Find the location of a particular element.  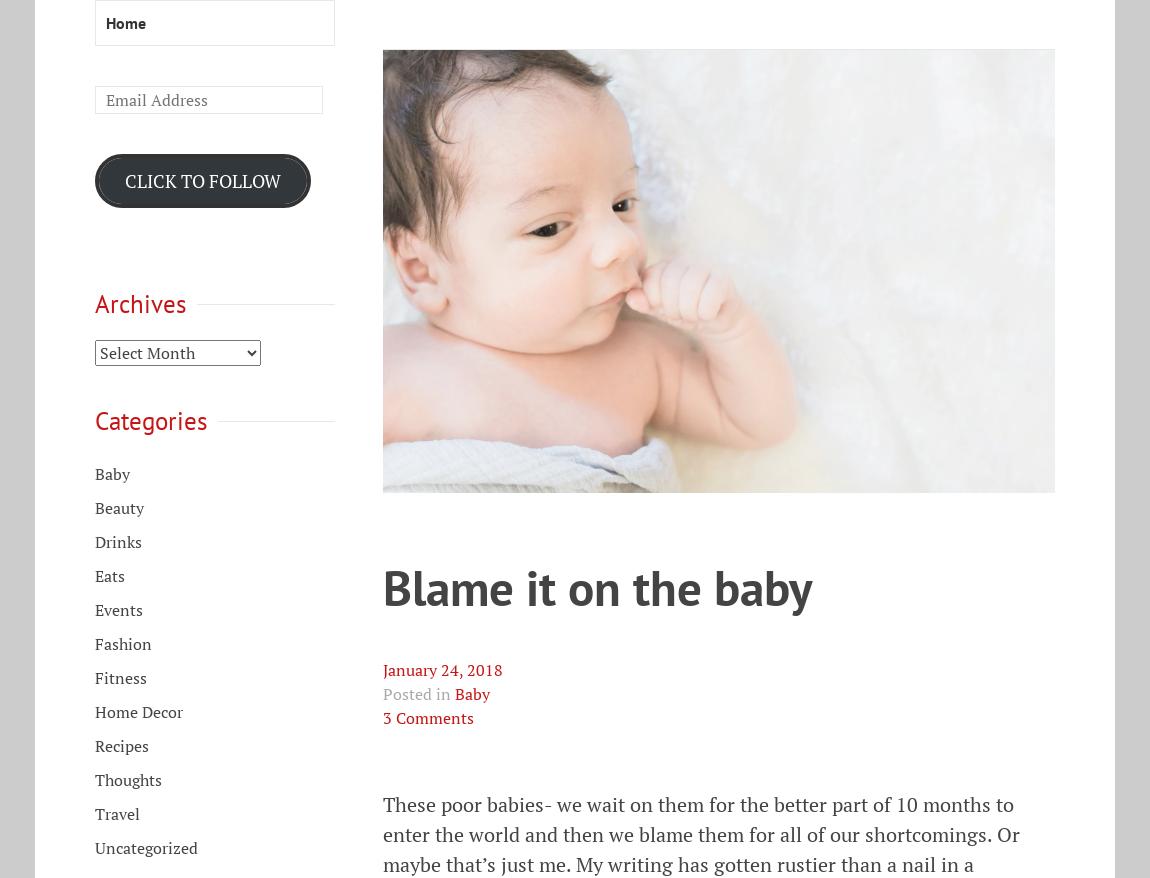

'Recipes' is located at coordinates (121, 745).